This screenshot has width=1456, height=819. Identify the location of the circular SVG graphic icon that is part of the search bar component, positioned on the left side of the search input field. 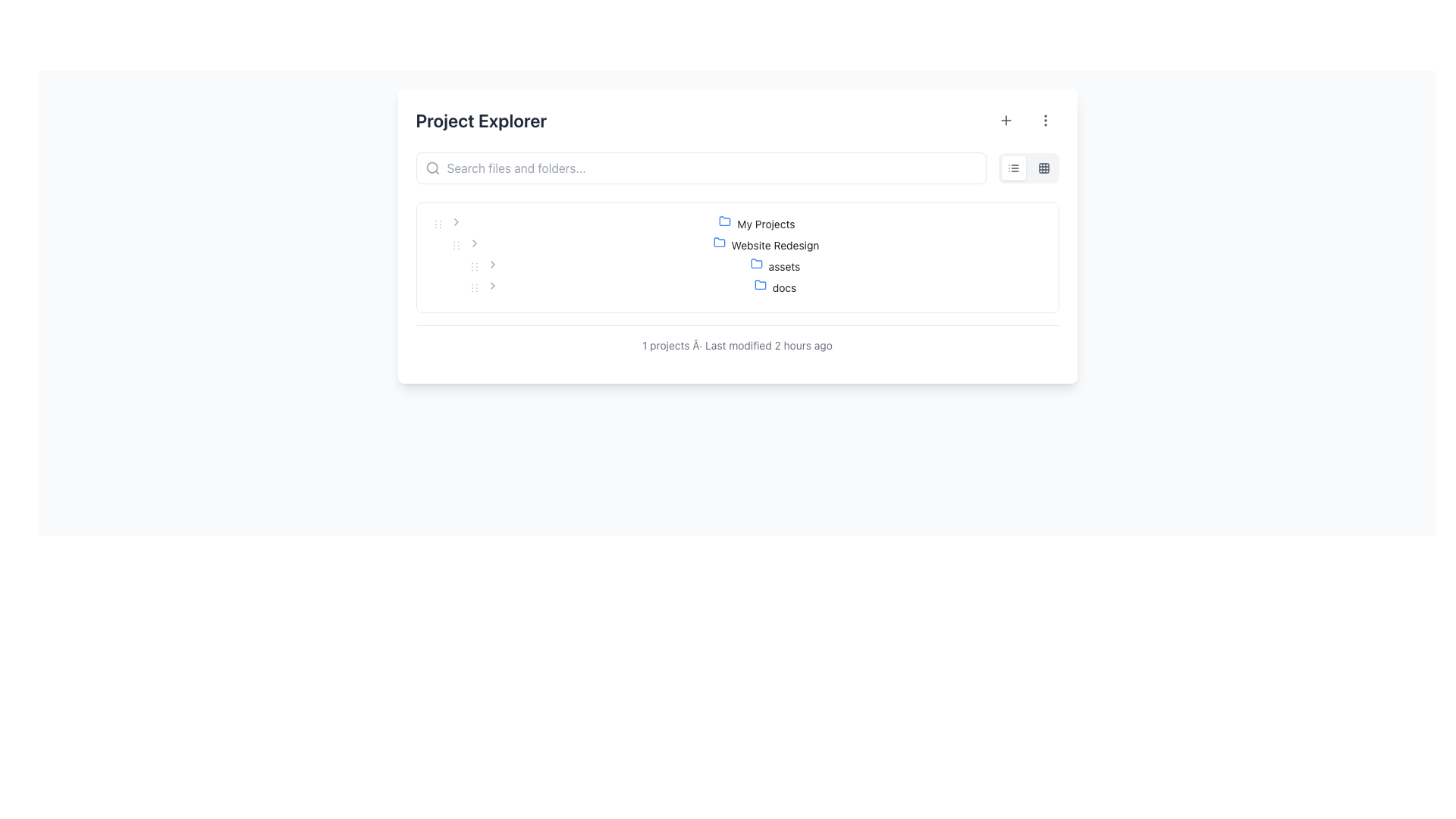
(431, 168).